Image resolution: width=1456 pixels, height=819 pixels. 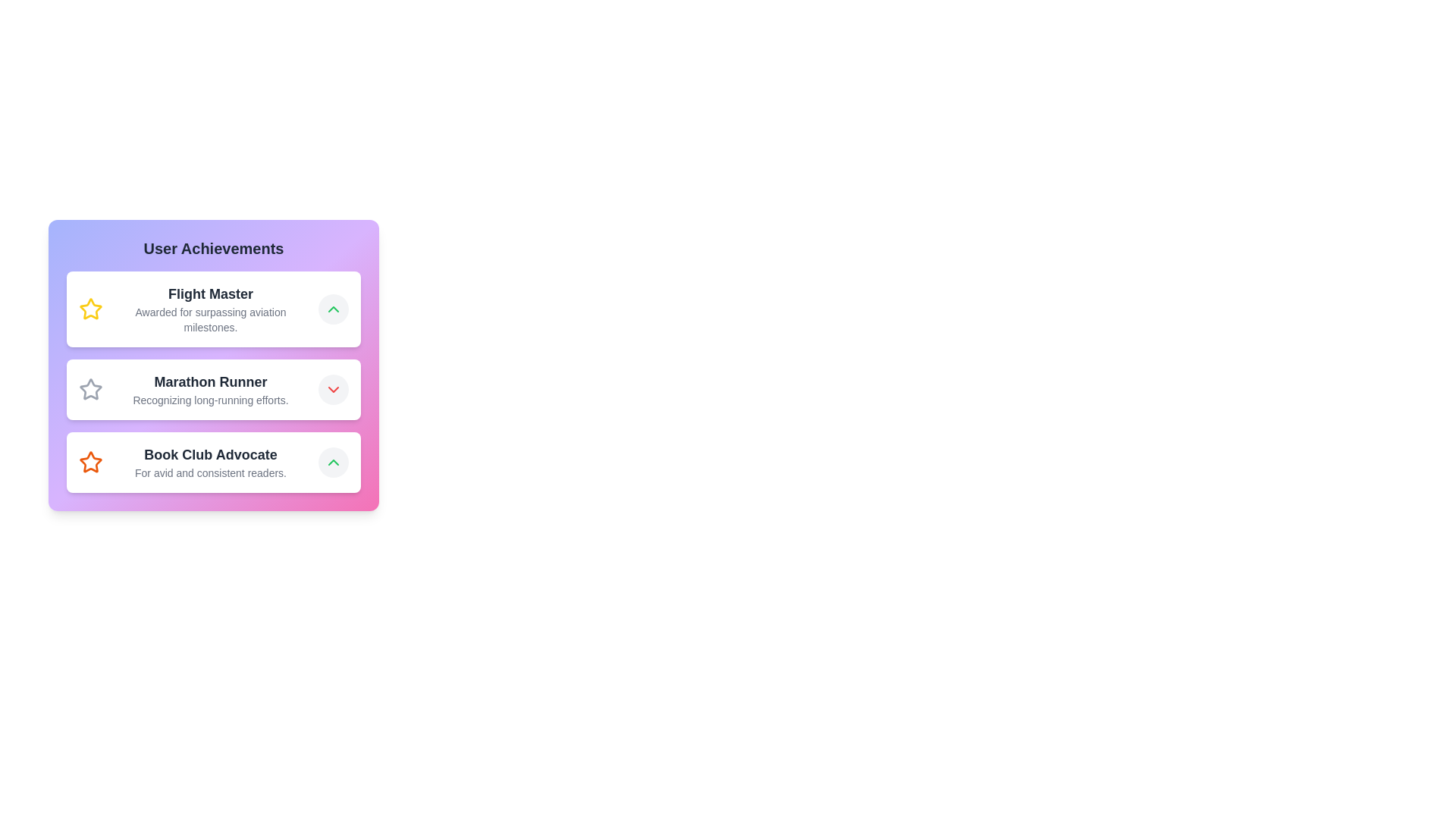 I want to click on the 'Marathon Runner' achievement title located in the second list item of the 'User Achievements' panel, so click(x=210, y=381).